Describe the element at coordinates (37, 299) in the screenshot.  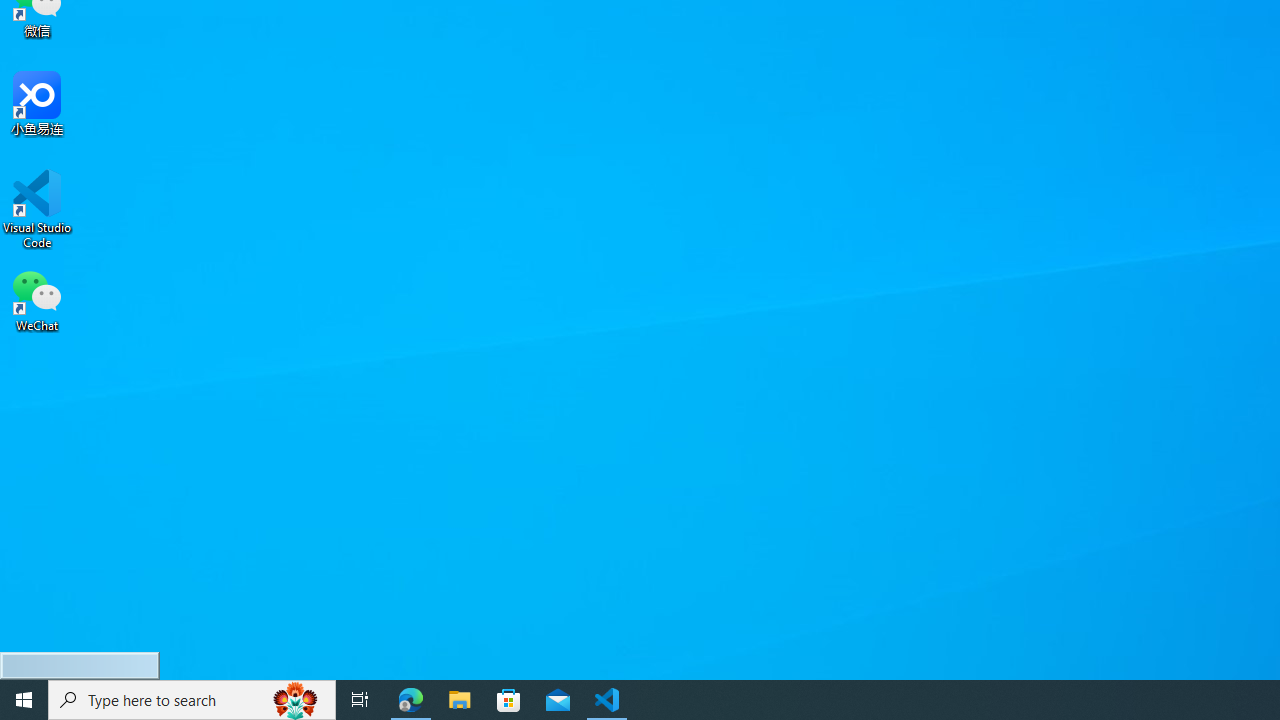
I see `'WeChat'` at that location.